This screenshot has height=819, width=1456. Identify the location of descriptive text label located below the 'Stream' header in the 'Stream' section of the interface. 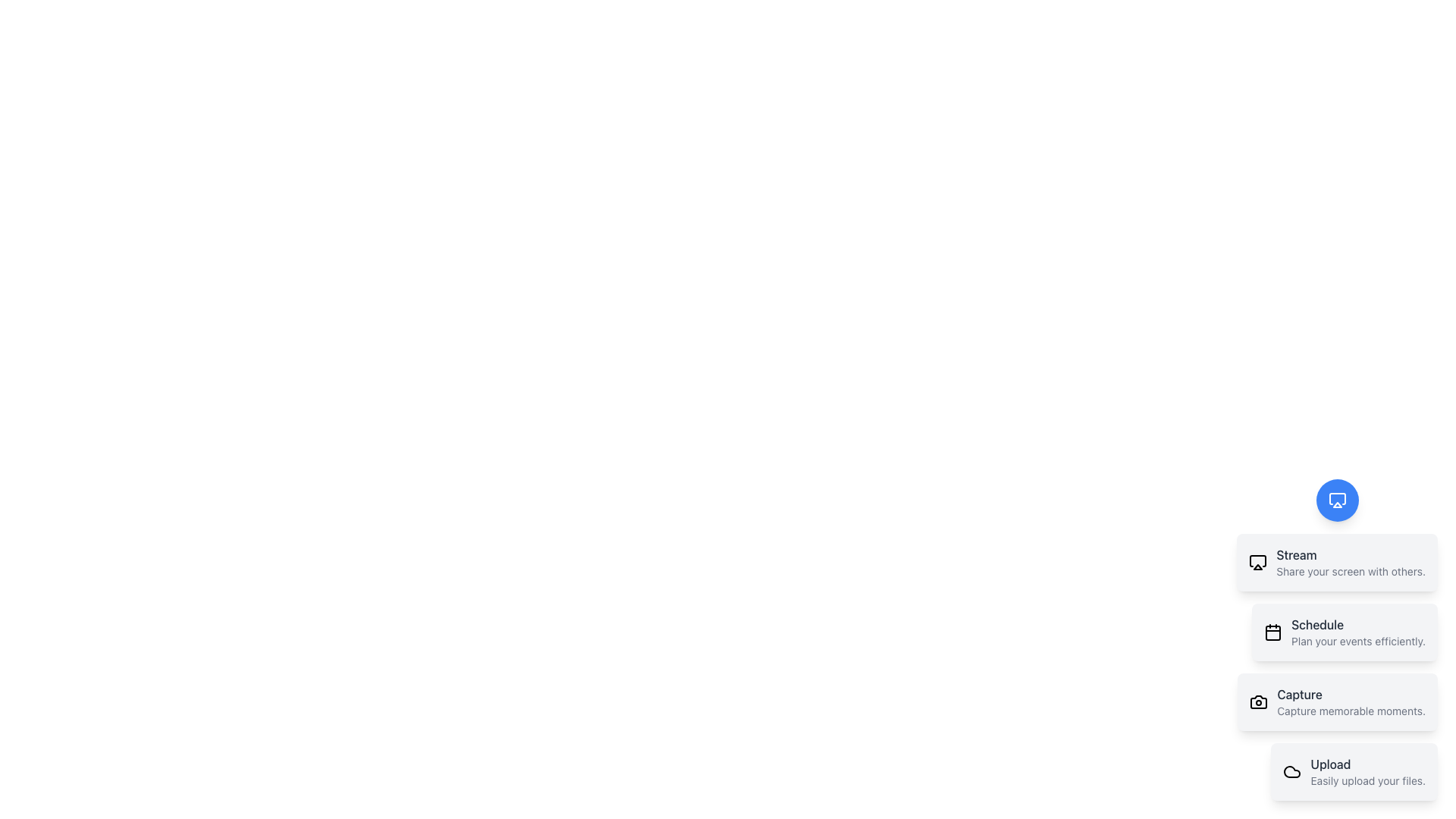
(1351, 571).